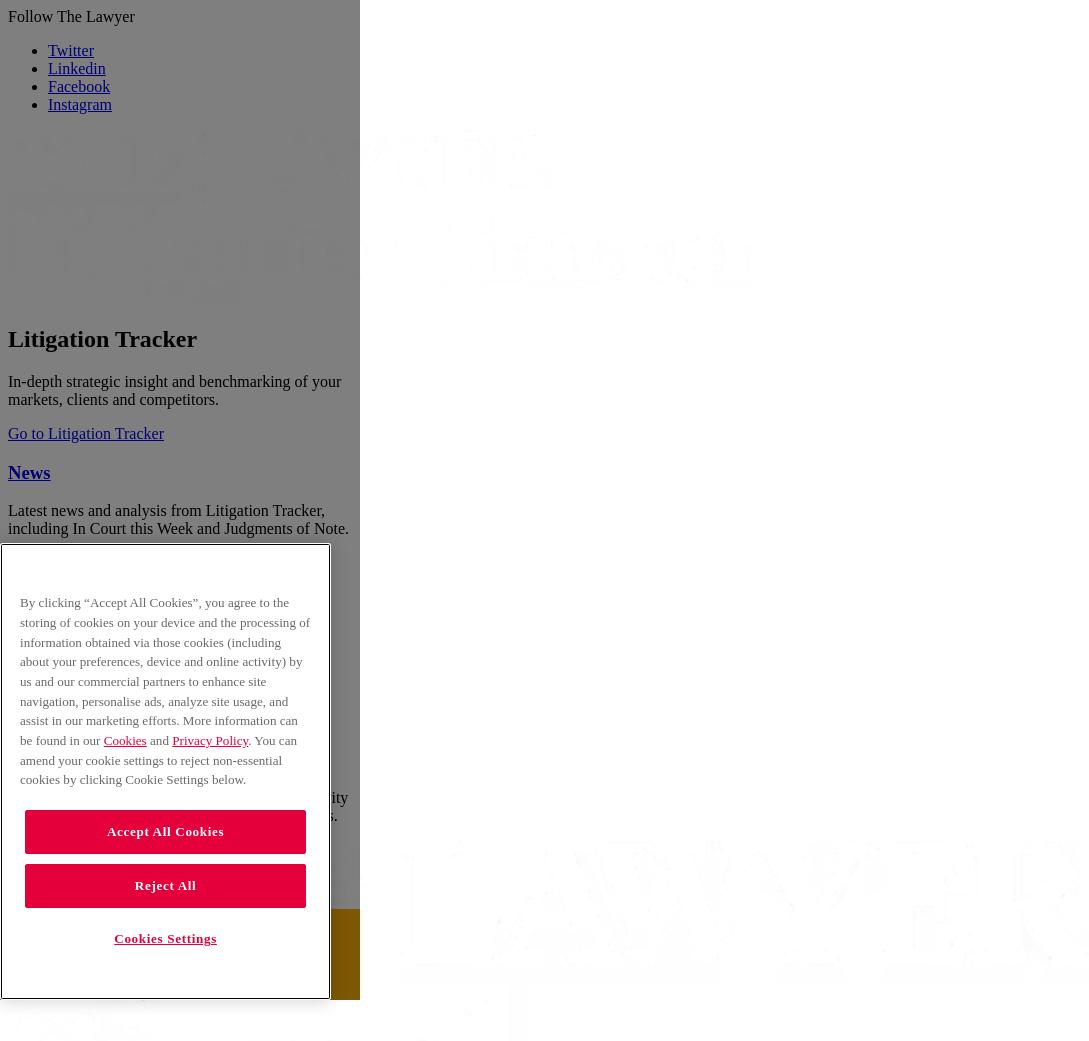 The width and height of the screenshot is (1089, 1041). What do you see at coordinates (76, 67) in the screenshot?
I see `'Linkedin'` at bounding box center [76, 67].